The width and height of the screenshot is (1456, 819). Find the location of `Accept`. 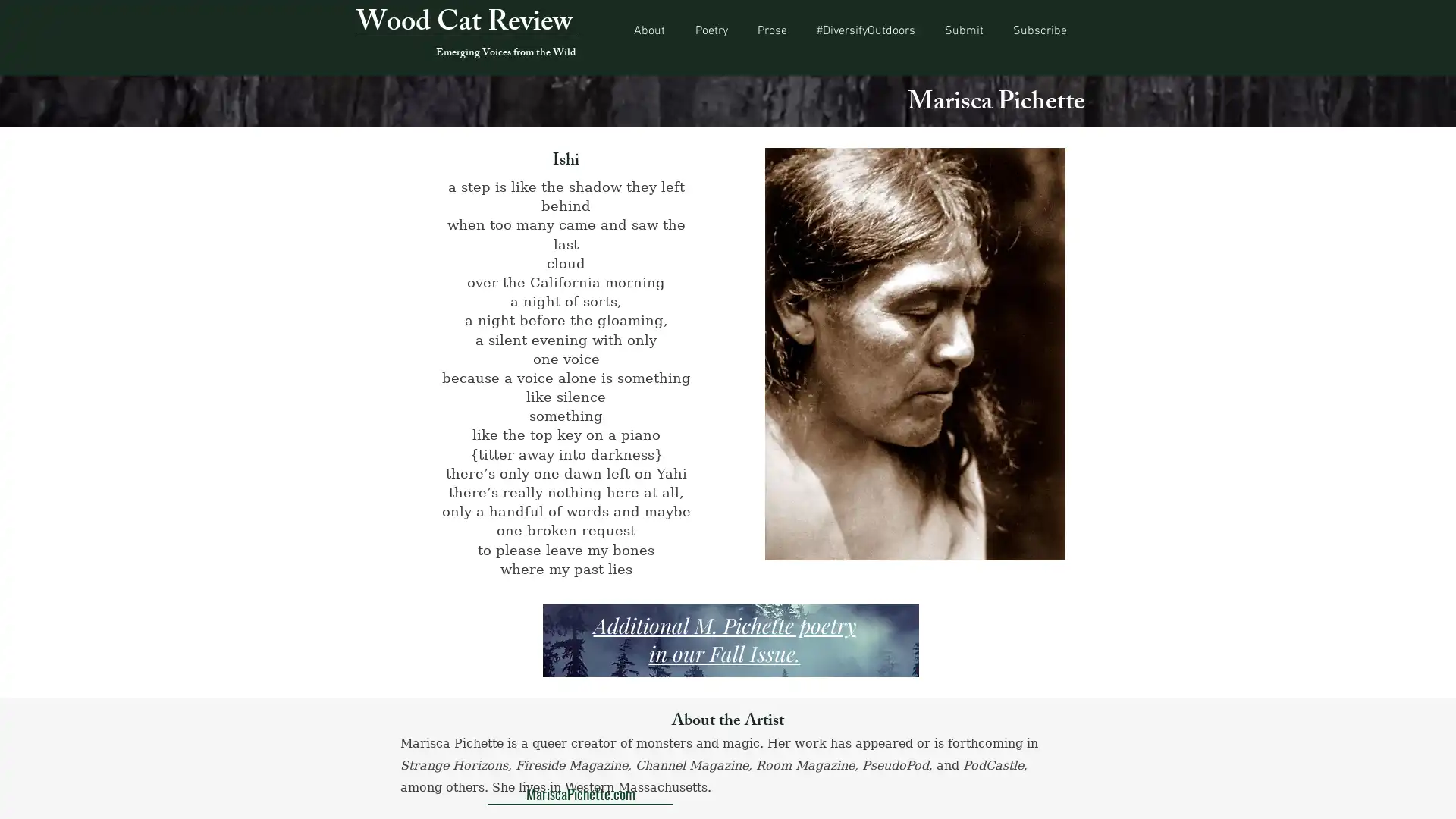

Accept is located at coordinates (1388, 794).